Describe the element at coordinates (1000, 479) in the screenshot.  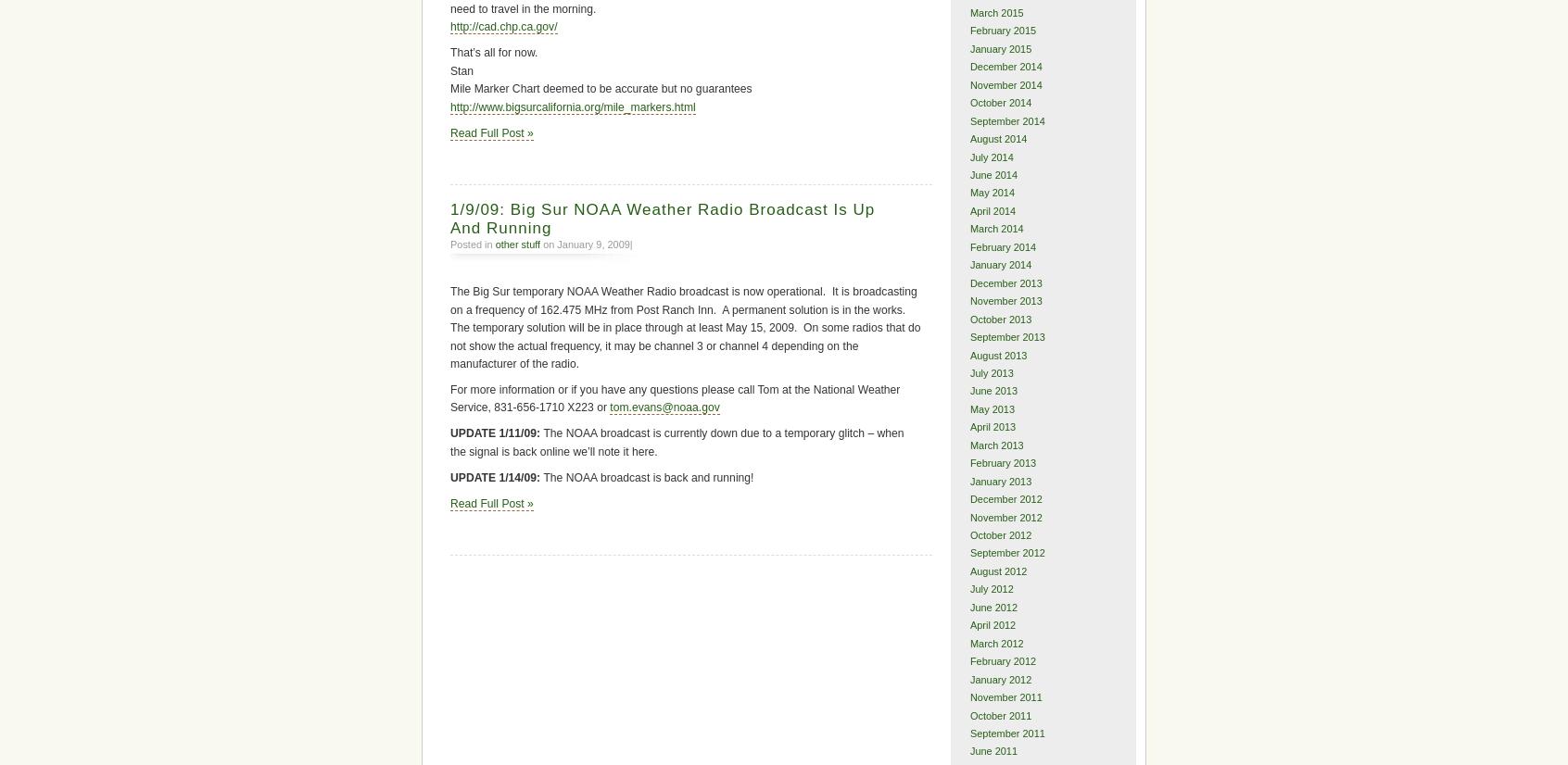
I see `'January 2013'` at that location.